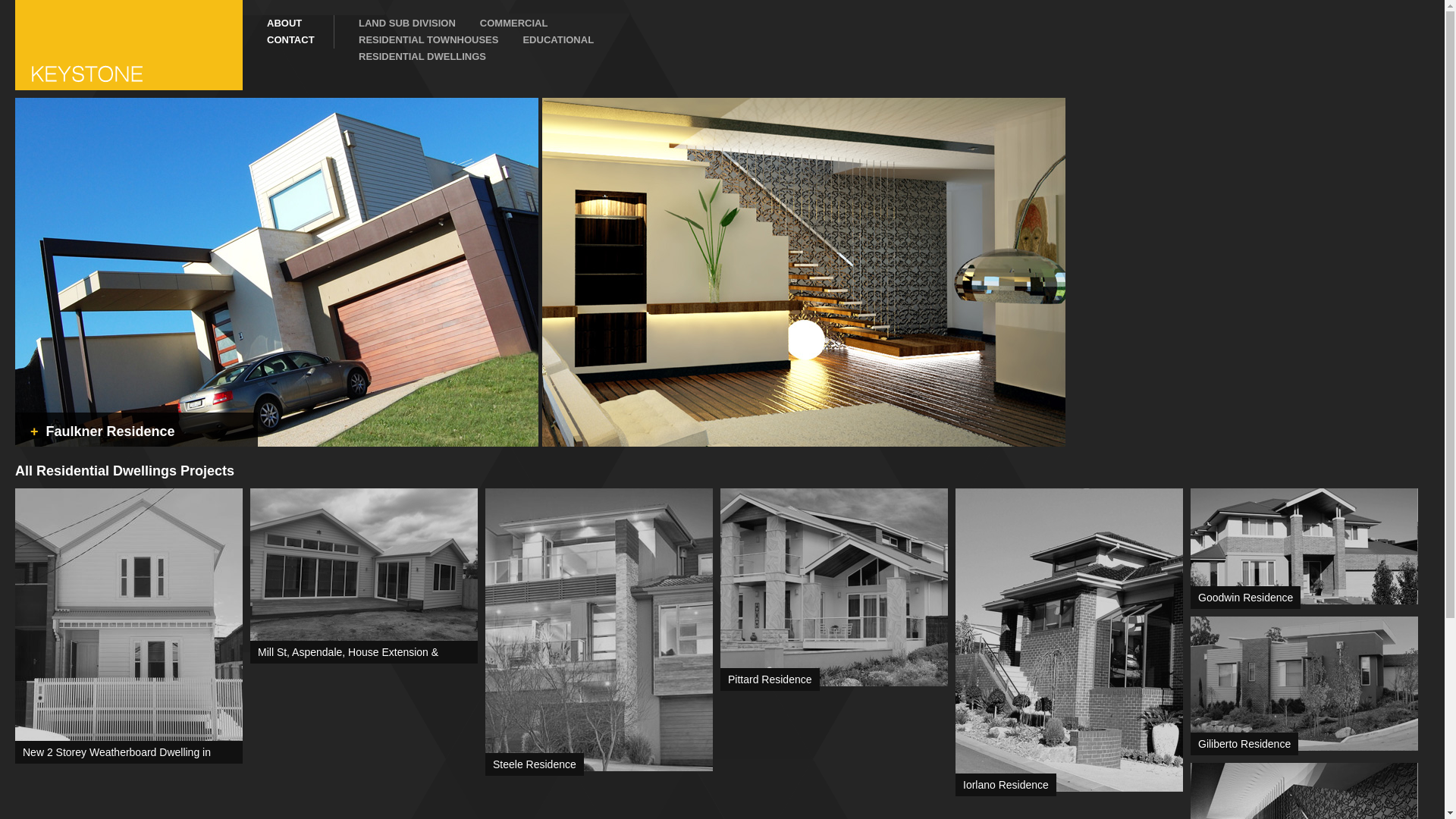 The image size is (1456, 819). Describe the element at coordinates (287, 39) in the screenshot. I see `'CONTACT'` at that location.